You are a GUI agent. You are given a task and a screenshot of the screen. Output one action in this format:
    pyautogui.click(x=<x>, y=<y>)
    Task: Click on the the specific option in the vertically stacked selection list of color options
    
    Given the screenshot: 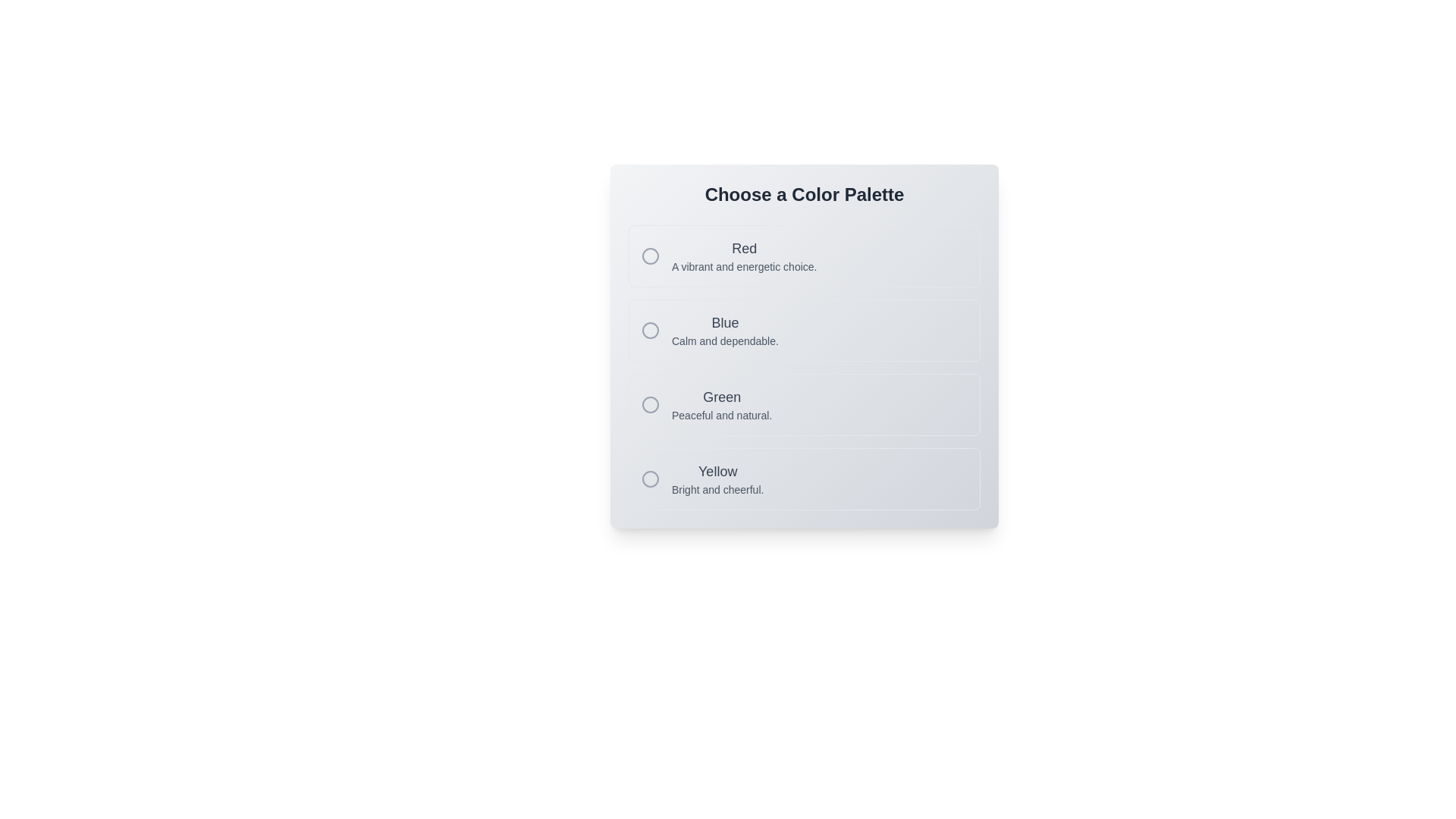 What is the action you would take?
    pyautogui.click(x=803, y=368)
    